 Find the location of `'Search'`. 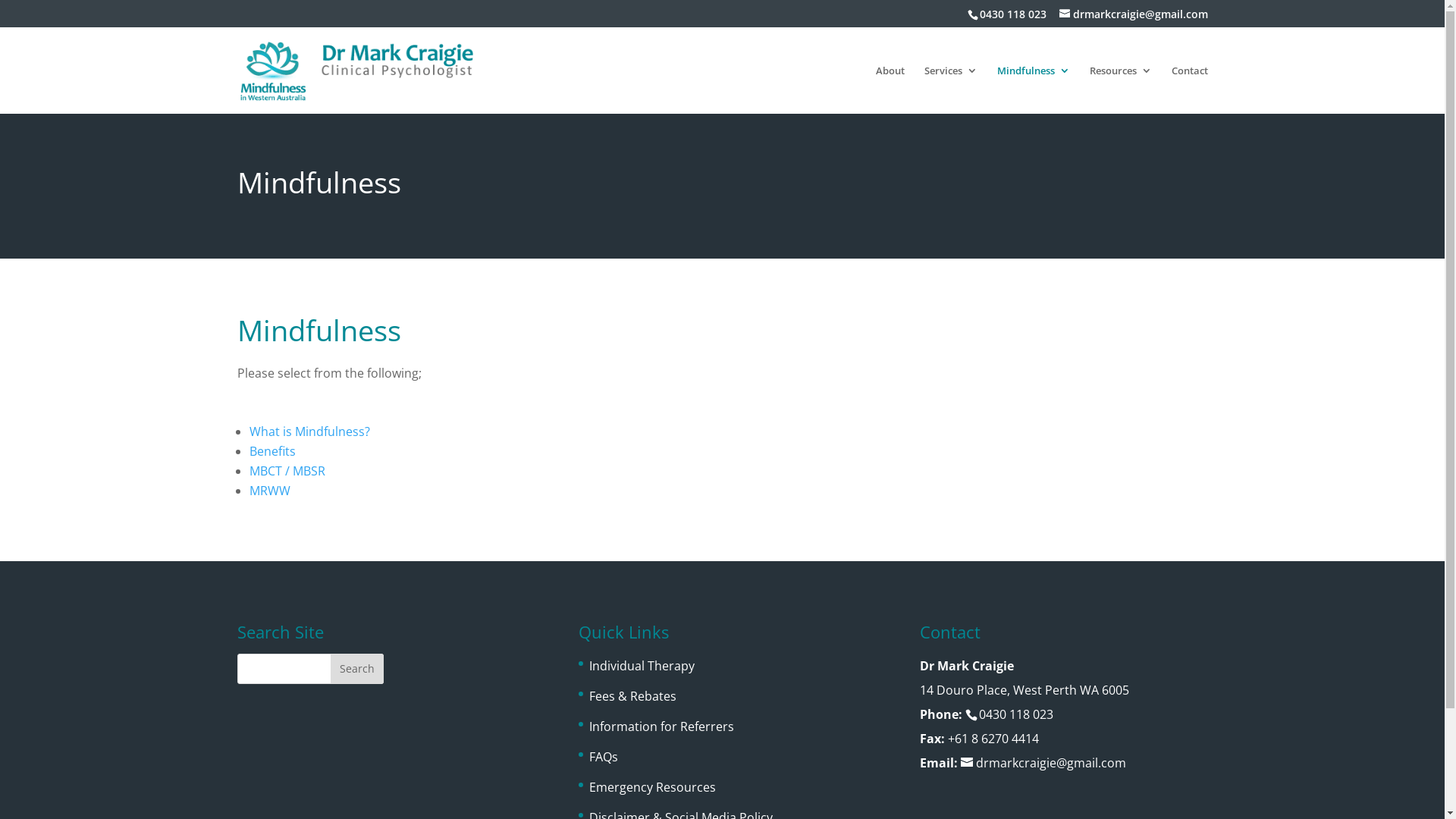

'Search' is located at coordinates (356, 668).